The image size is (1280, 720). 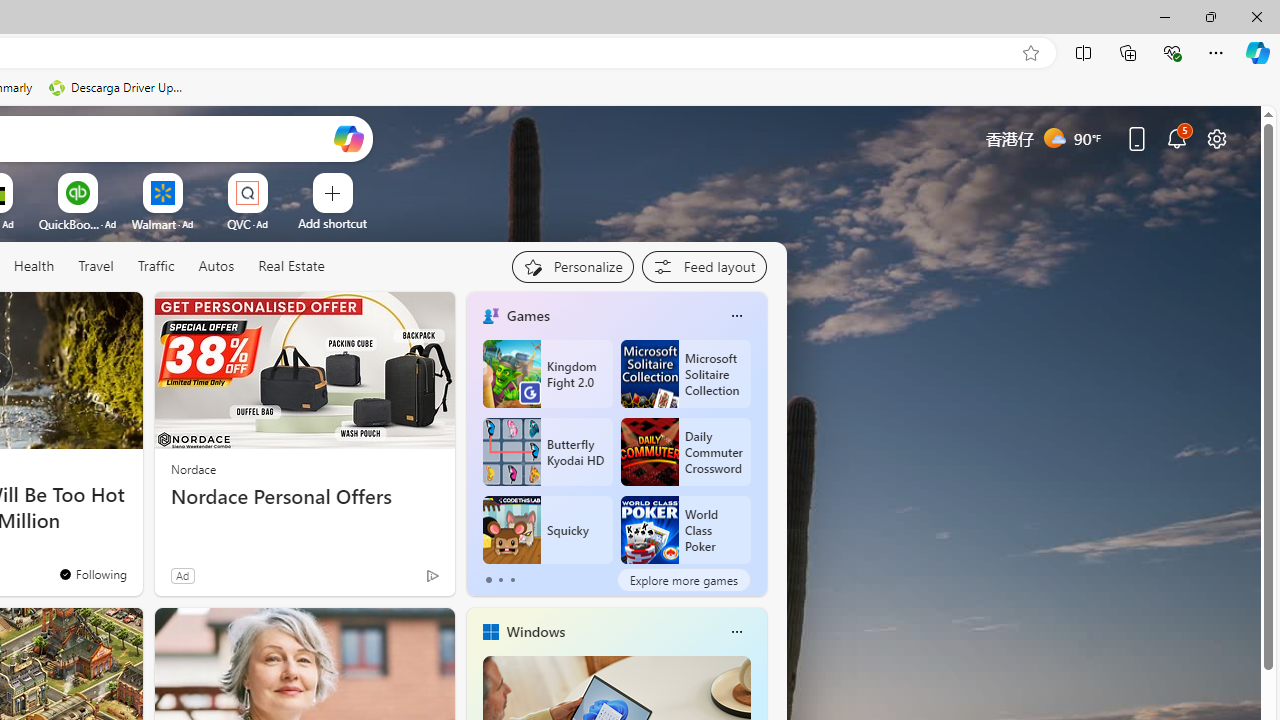 I want to click on 'Descarga Driver Updater', so click(x=117, y=87).